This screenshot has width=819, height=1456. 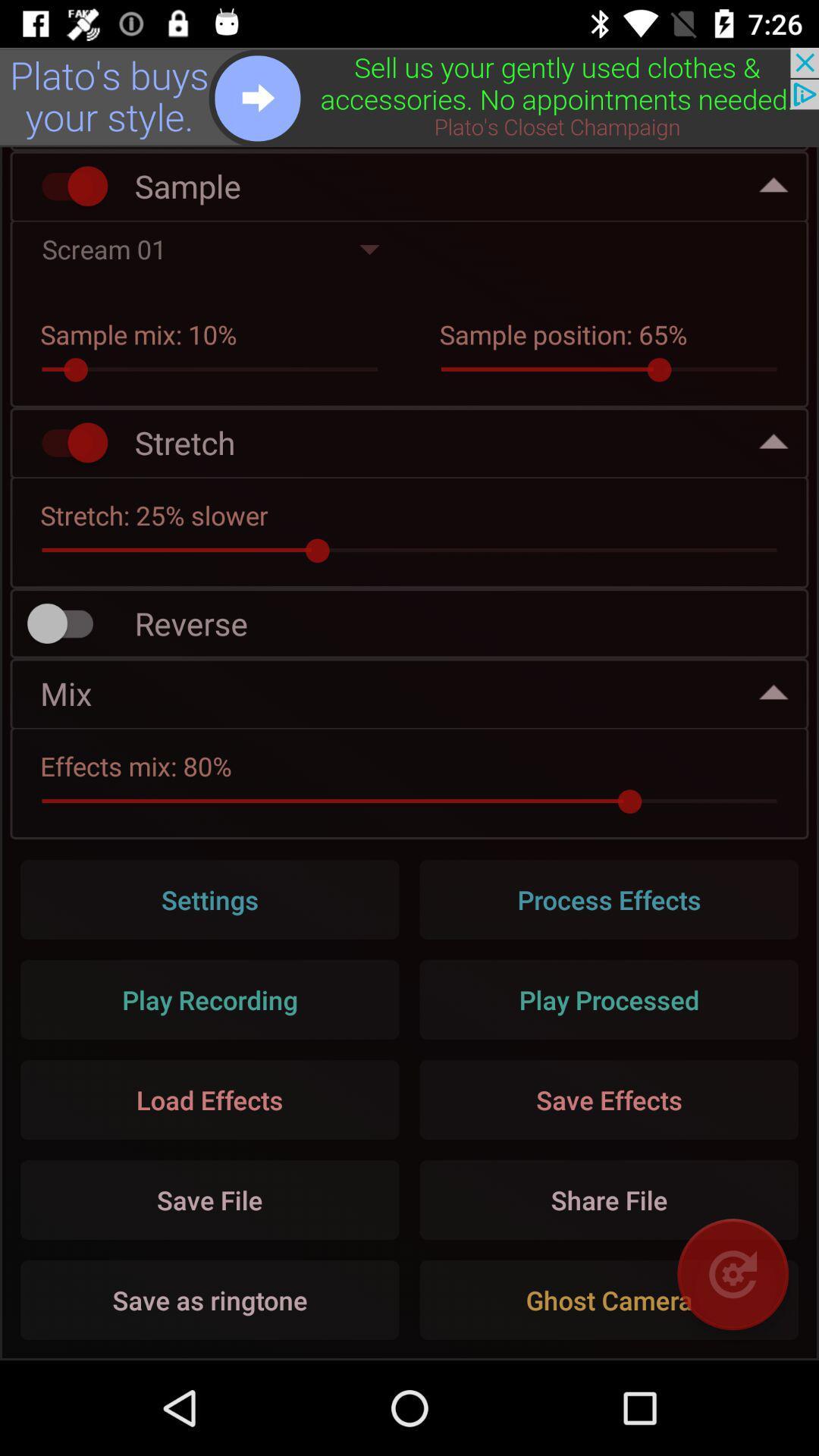 I want to click on open the advertisement link, so click(x=409, y=96).